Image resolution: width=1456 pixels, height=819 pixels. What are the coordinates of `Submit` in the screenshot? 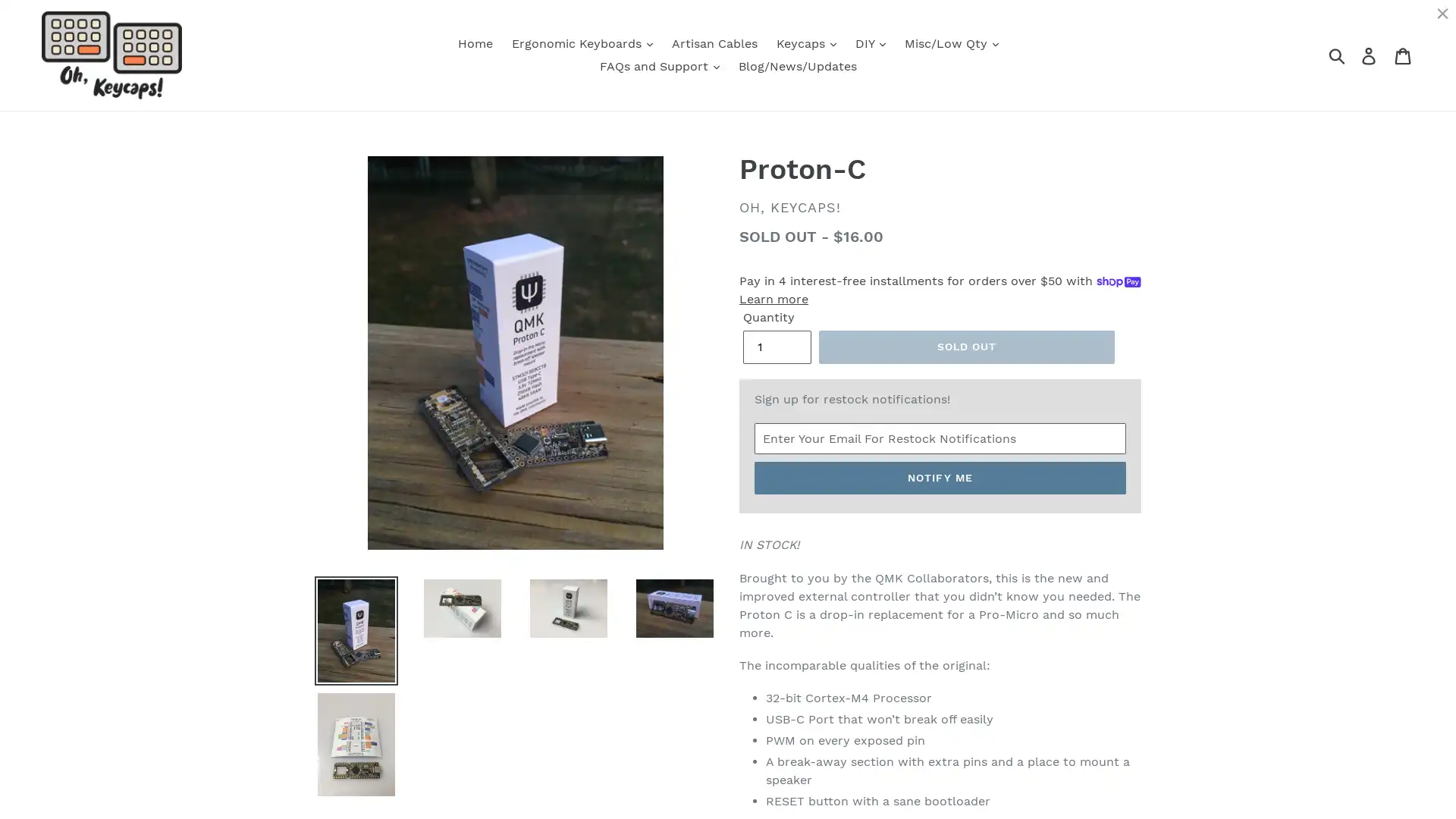 It's located at (1338, 55).